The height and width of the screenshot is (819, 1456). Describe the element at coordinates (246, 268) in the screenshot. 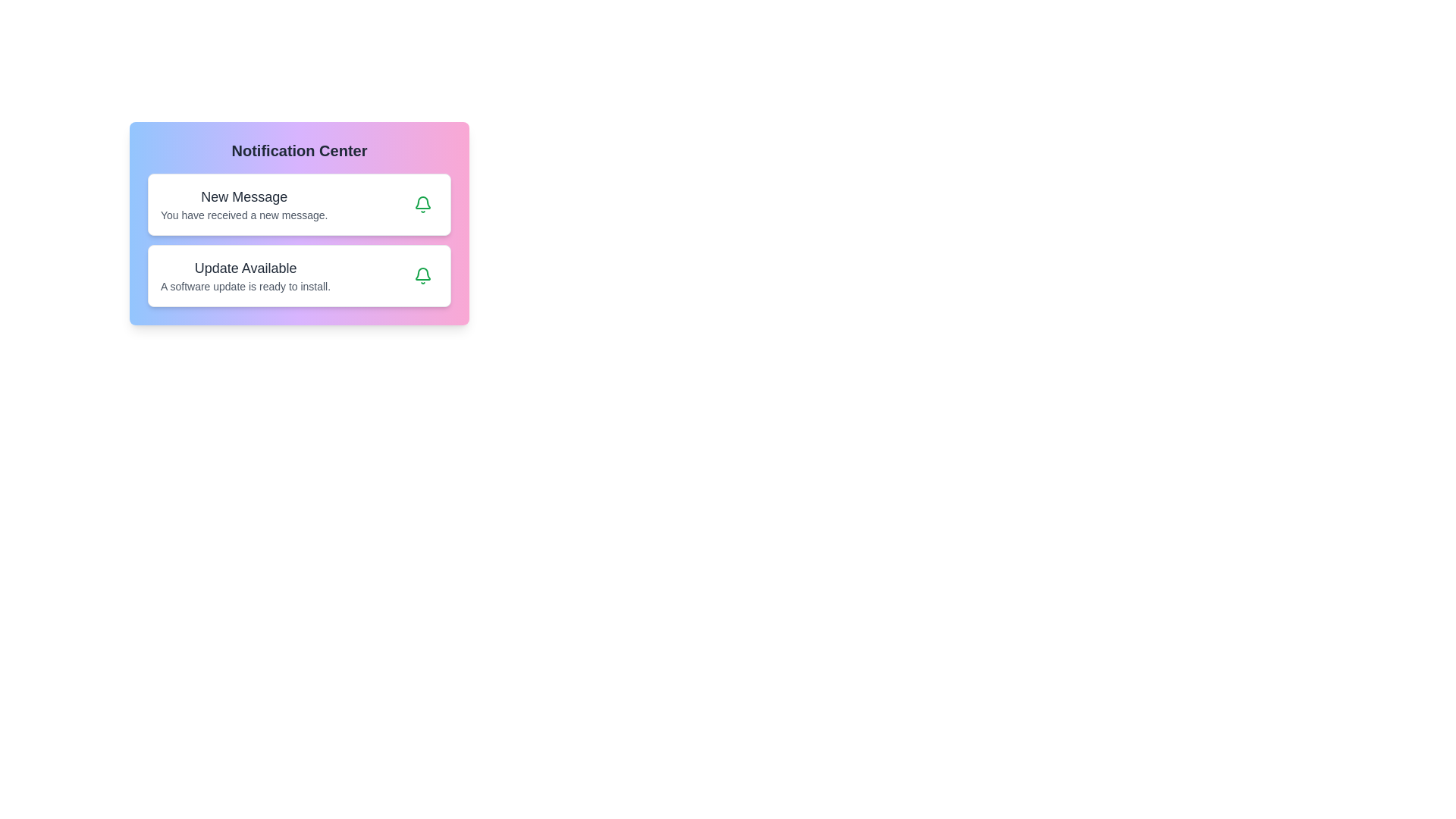

I see `the text label displaying 'Update Available', which is positioned at the top of the second notification card in the 'Notification Center'` at that location.